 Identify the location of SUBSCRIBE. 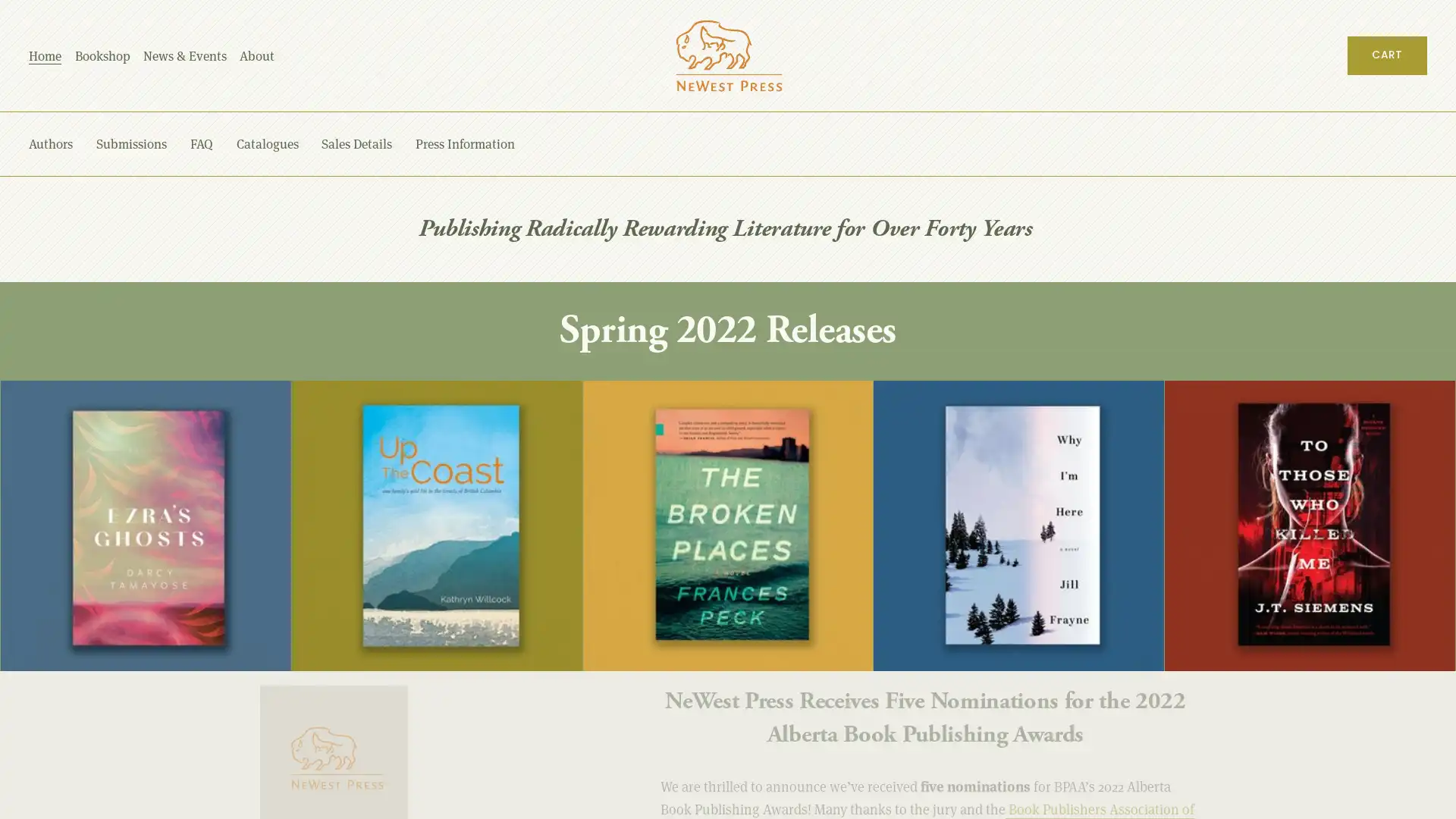
(1282, 661).